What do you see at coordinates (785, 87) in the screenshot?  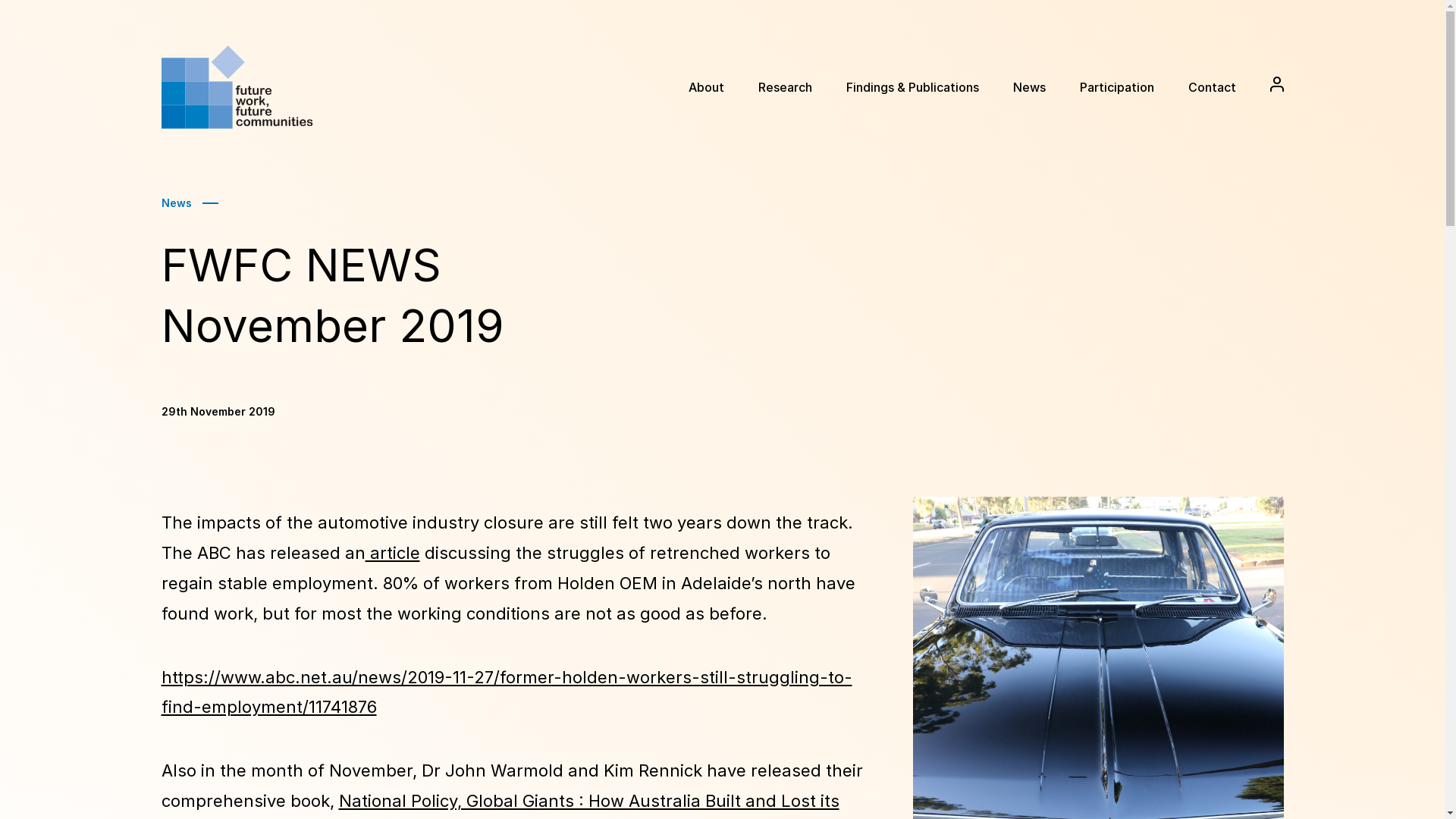 I see `'Research'` at bounding box center [785, 87].